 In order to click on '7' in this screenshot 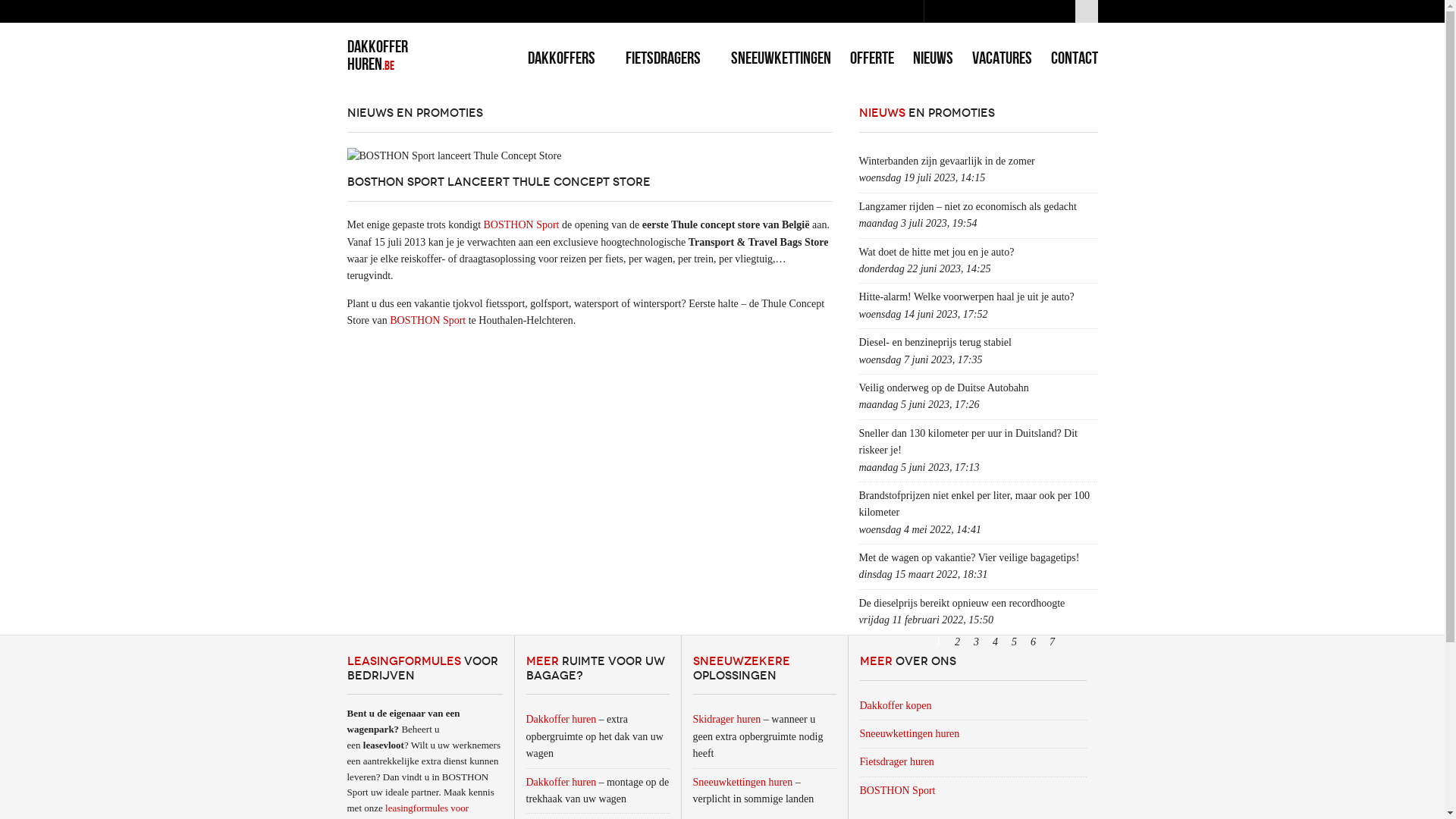, I will do `click(1051, 642)`.